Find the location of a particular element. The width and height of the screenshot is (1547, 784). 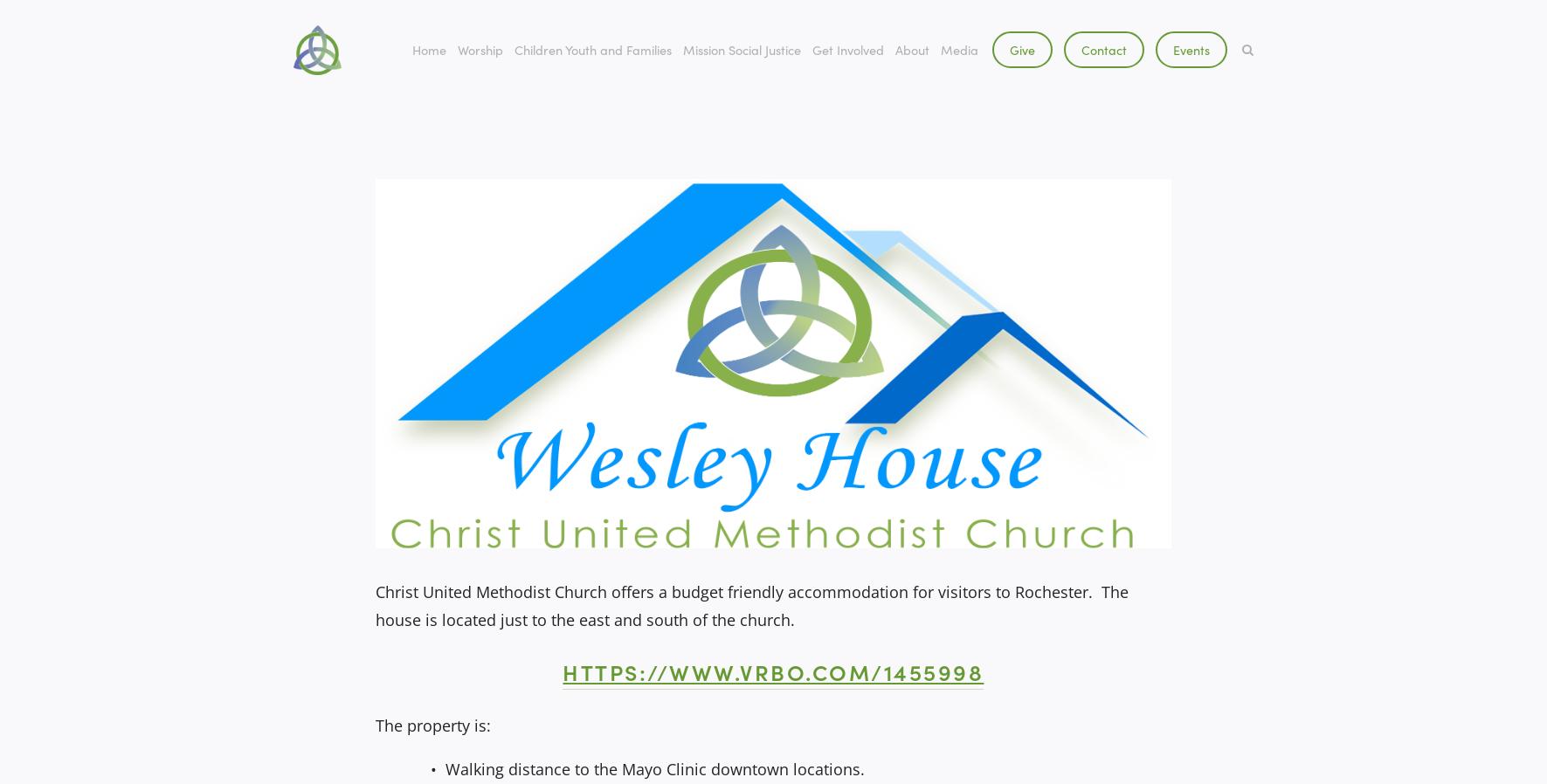

'The property is:' is located at coordinates (432, 726).